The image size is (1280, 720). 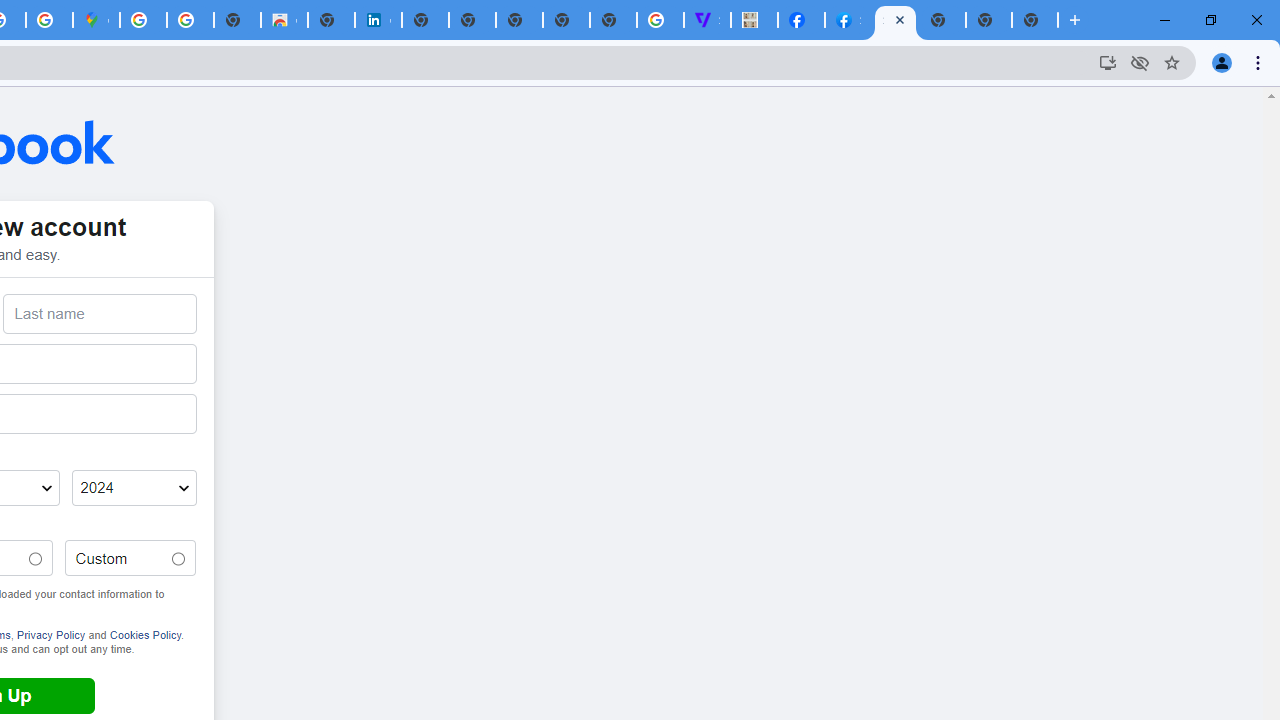 What do you see at coordinates (1074, 20) in the screenshot?
I see `'New Tab'` at bounding box center [1074, 20].